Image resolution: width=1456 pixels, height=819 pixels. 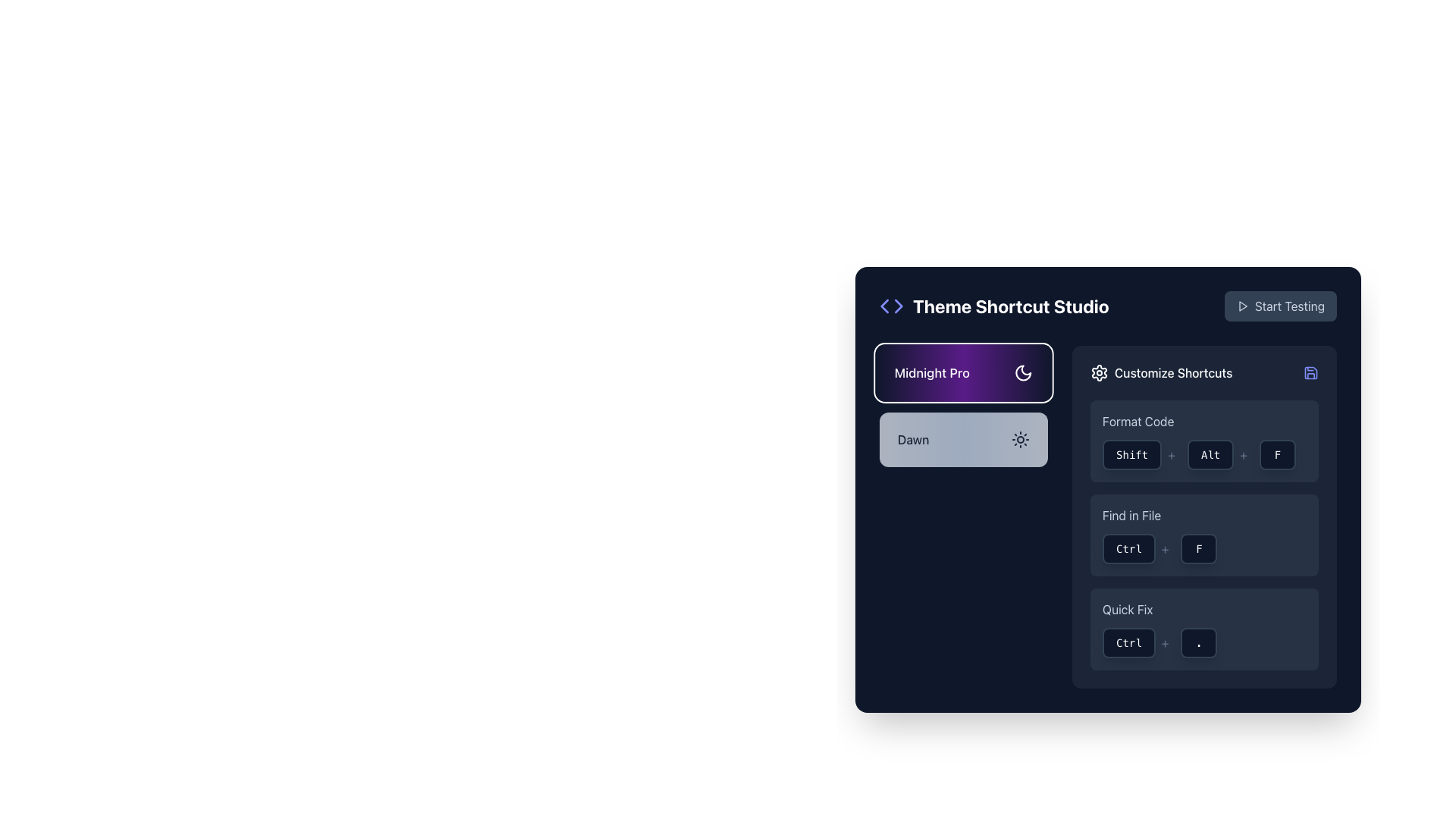 I want to click on the triangular play icon located in the interactive controls section of the interface, which is styled with a transparent fill and outlined with a thin stroke, so click(x=1243, y=306).